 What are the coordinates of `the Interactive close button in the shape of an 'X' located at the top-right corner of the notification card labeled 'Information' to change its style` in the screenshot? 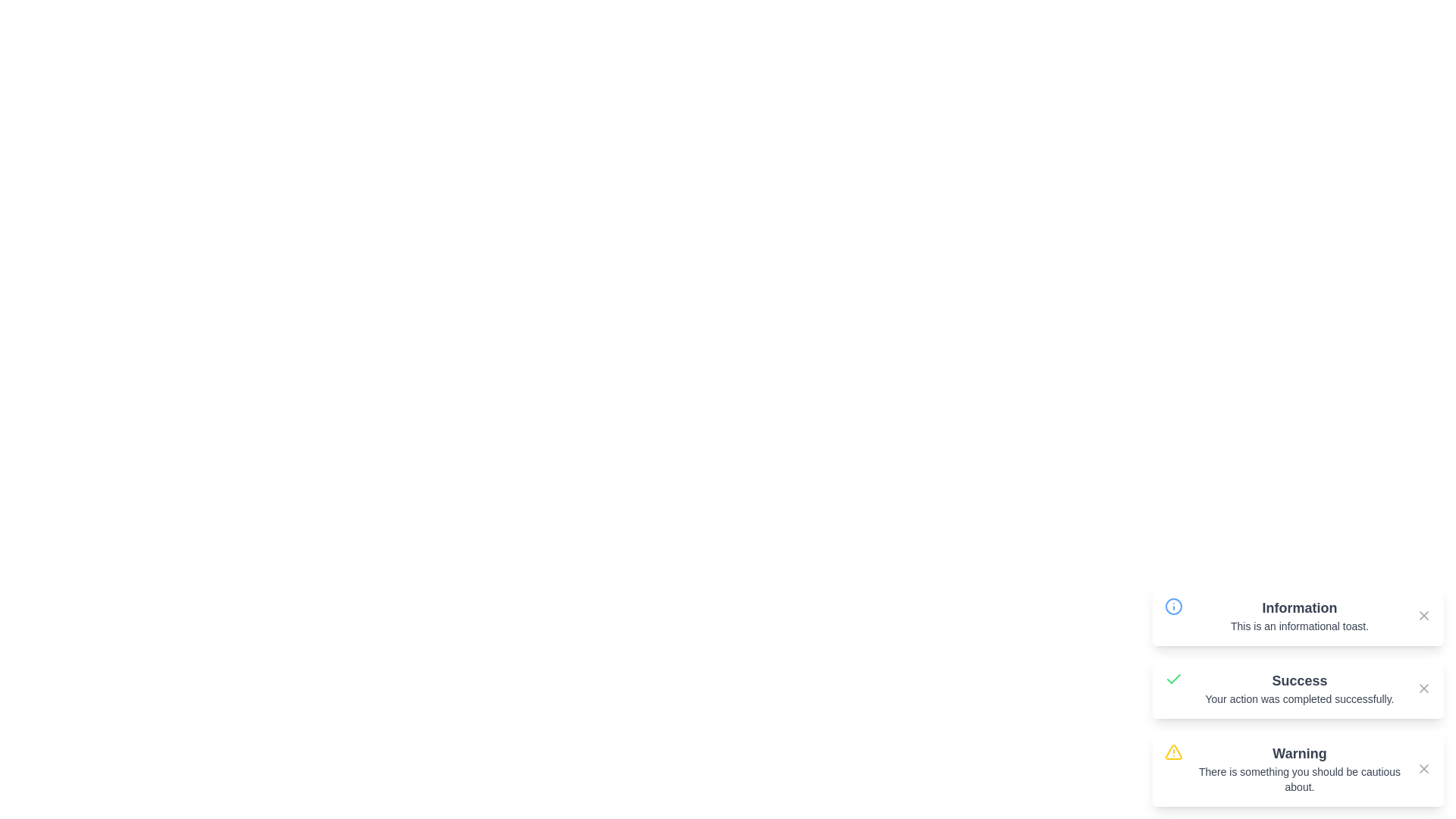 It's located at (1423, 616).